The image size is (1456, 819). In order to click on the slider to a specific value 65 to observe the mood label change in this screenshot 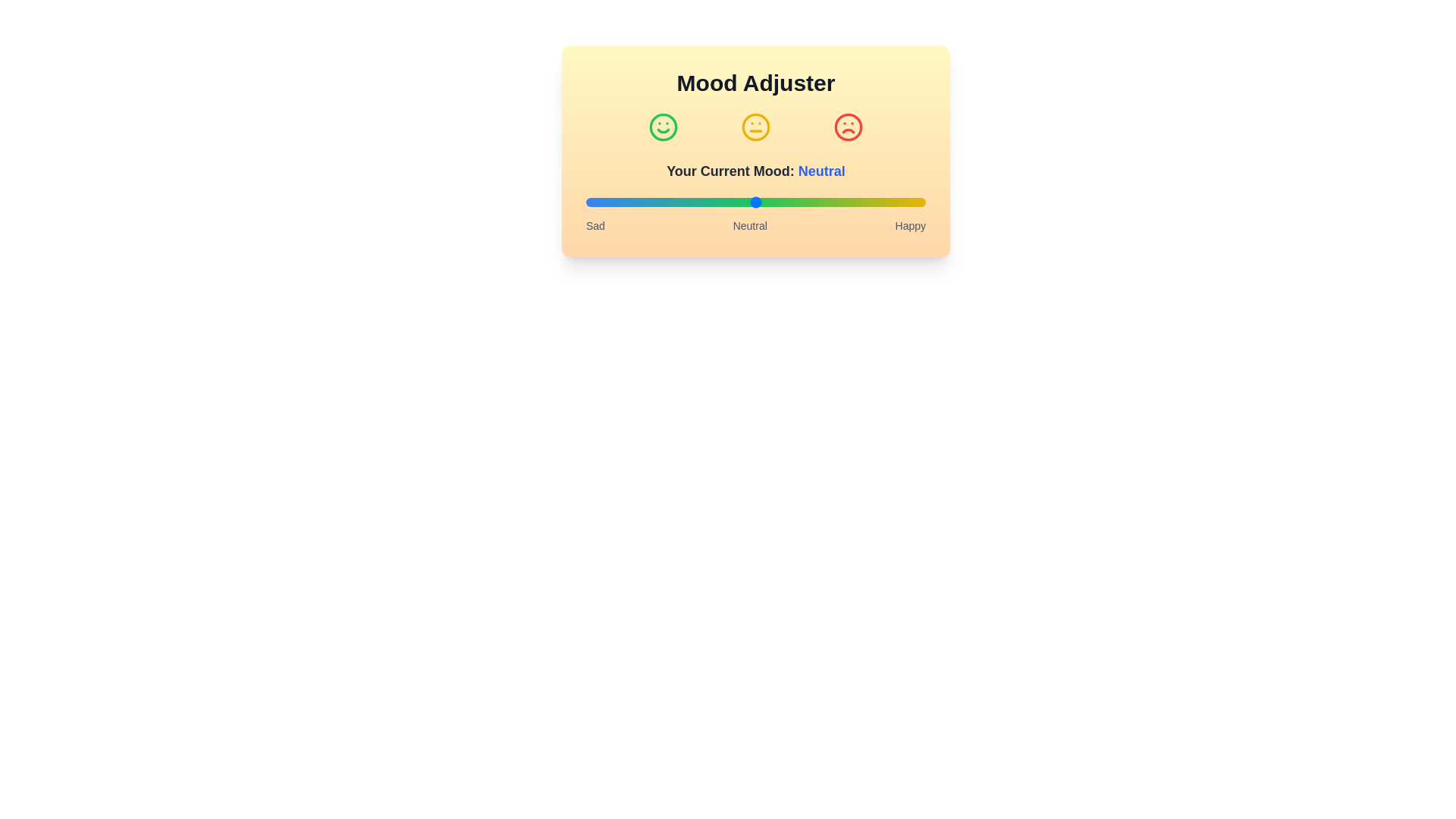, I will do `click(806, 201)`.